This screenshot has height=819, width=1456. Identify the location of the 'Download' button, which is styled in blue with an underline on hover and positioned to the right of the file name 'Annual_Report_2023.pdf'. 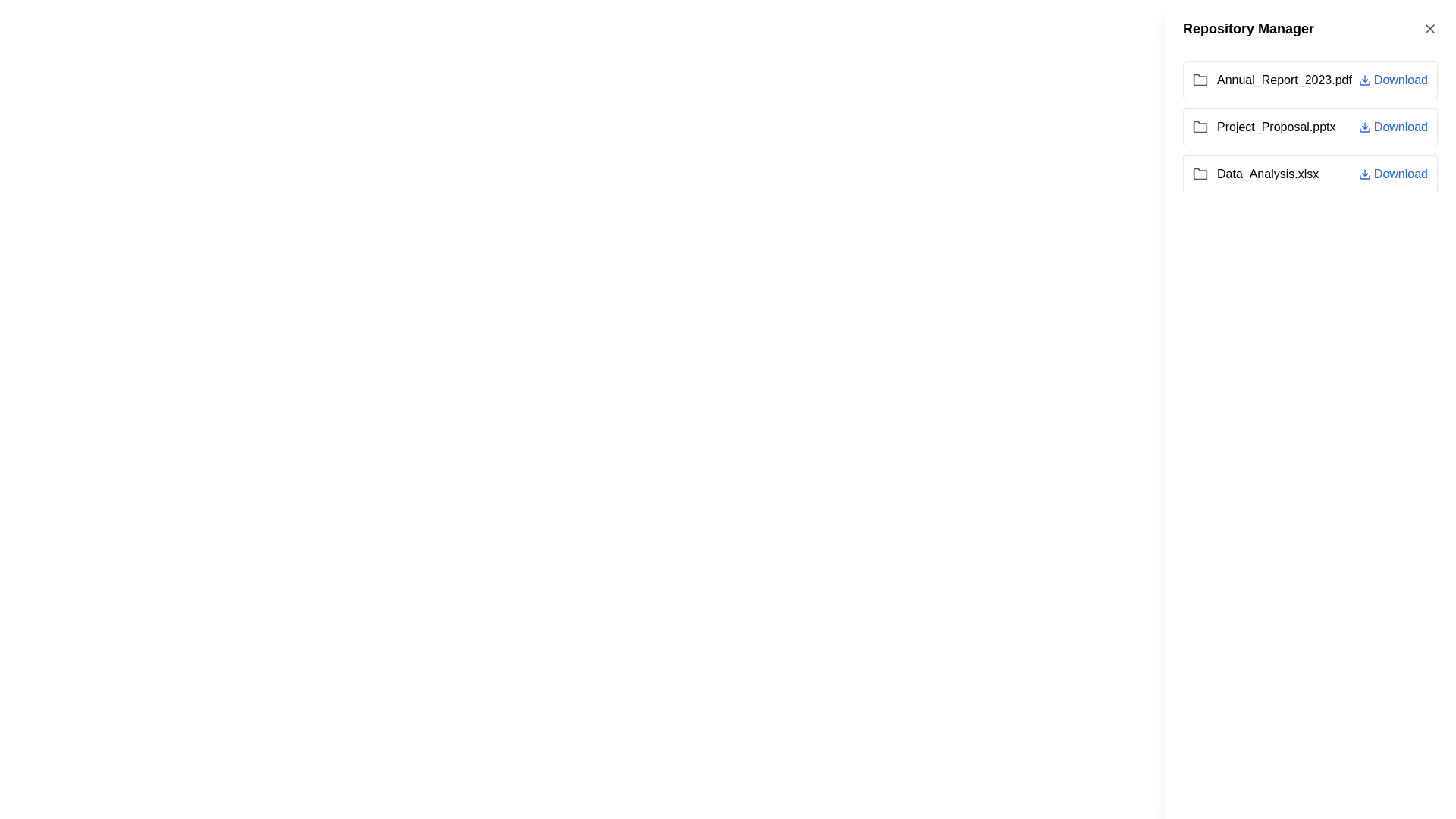
(1393, 80).